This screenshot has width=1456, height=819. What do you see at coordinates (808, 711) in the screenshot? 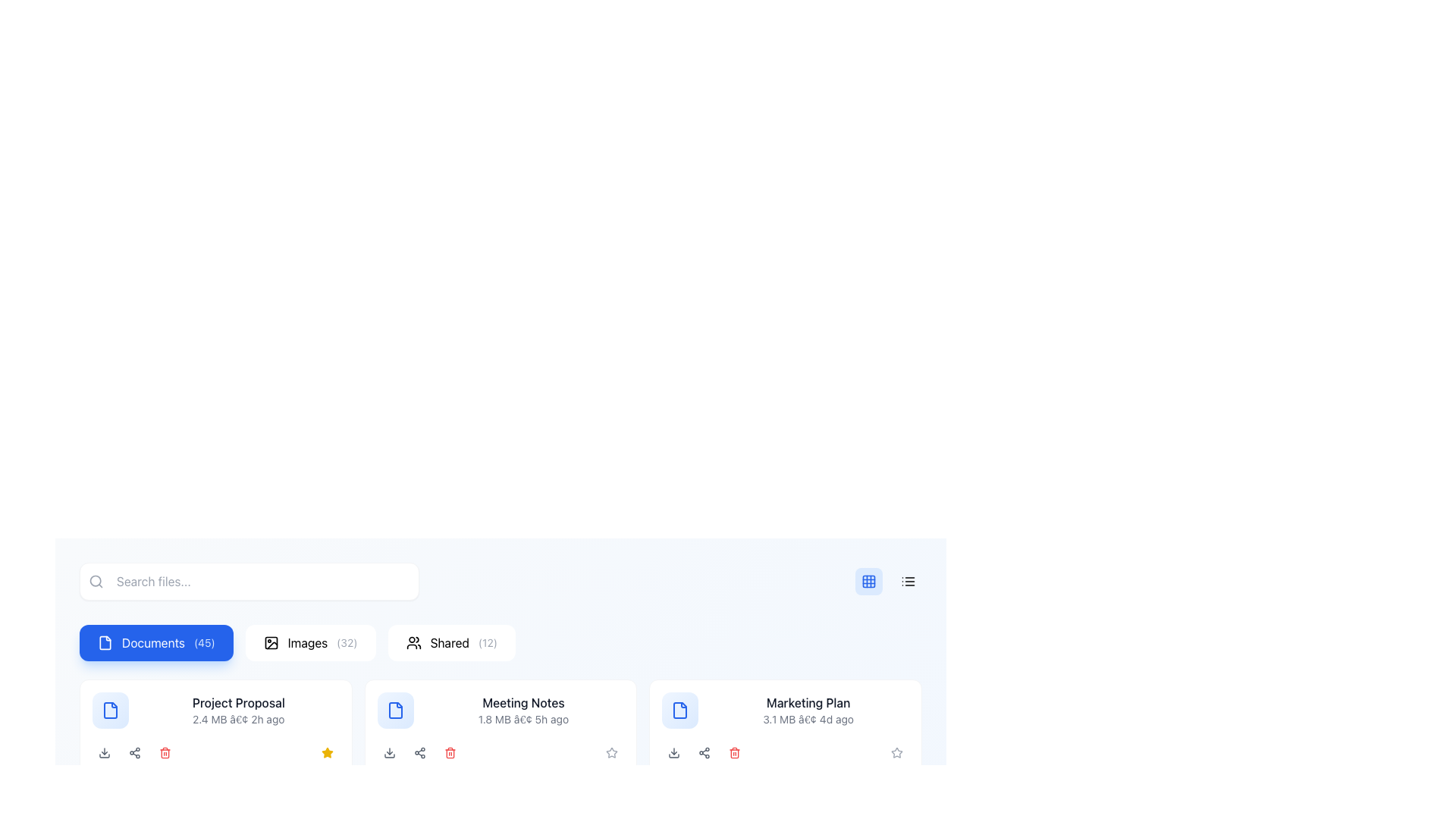
I see `the descriptive text label for the file titled 'Marketing Plan', which is the third card in a horizontal list, positioned to the right of the 'Meeting Notes' card` at bounding box center [808, 711].